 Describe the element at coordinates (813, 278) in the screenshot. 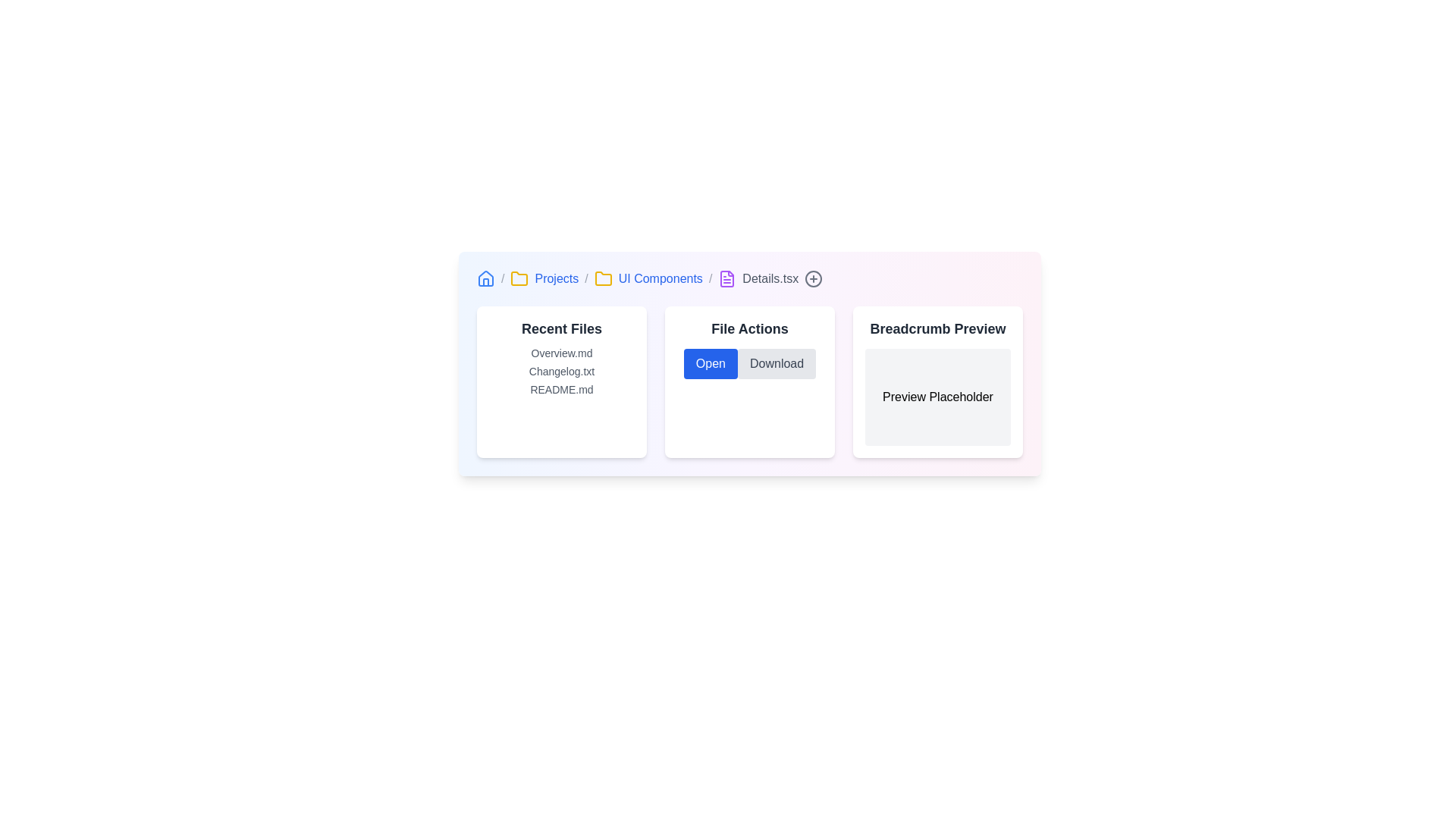

I see `the SVG Circle element that is part of the 'Add New' button in the header navigation bar` at that location.